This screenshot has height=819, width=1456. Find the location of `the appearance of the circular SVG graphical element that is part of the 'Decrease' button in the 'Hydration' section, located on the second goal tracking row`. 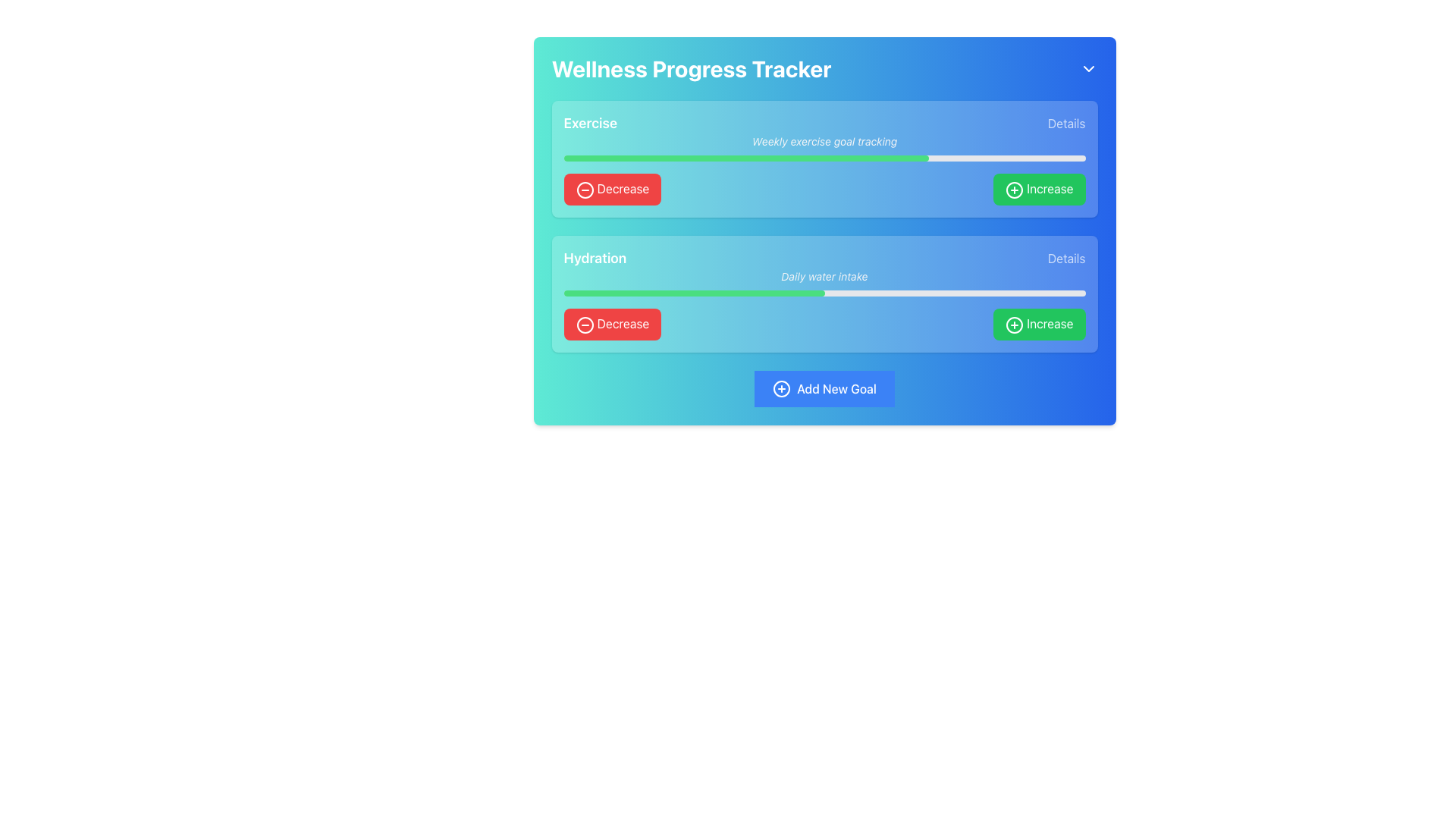

the appearance of the circular SVG graphical element that is part of the 'Decrease' button in the 'Hydration' section, located on the second goal tracking row is located at coordinates (584, 324).